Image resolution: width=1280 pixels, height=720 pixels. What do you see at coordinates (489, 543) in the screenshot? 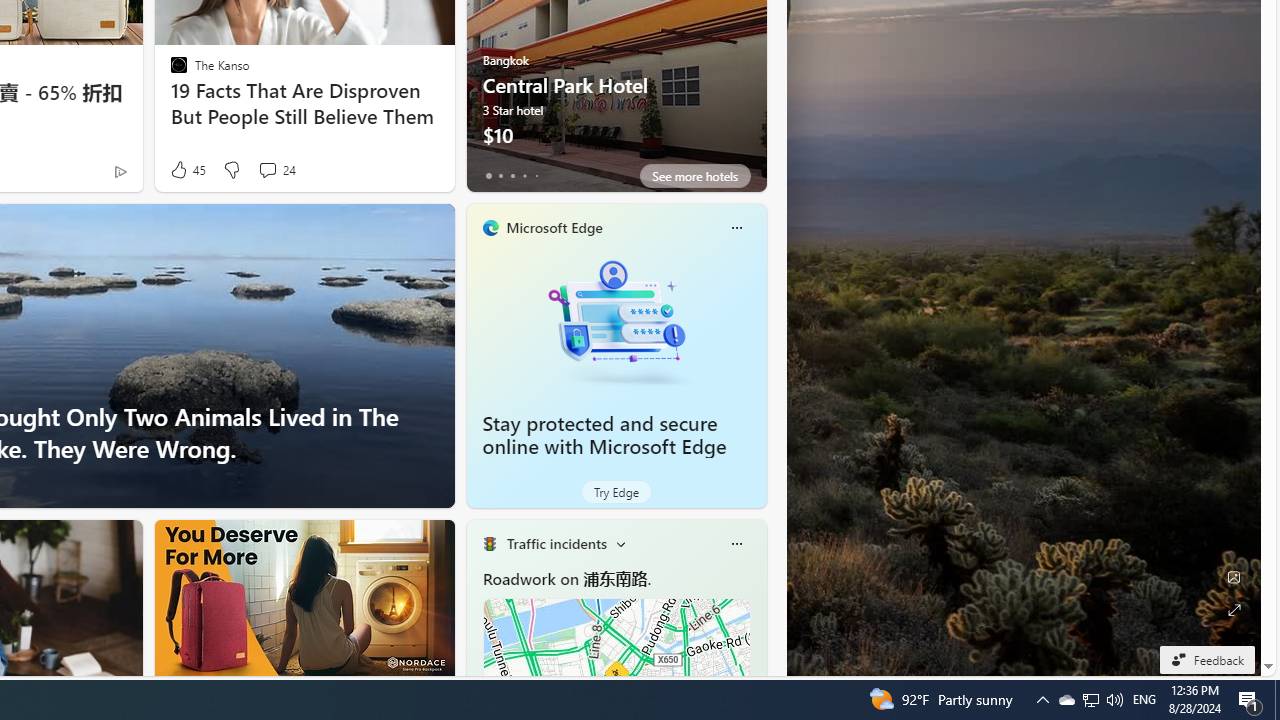
I see `'Traffic Title Traffic Light'` at bounding box center [489, 543].